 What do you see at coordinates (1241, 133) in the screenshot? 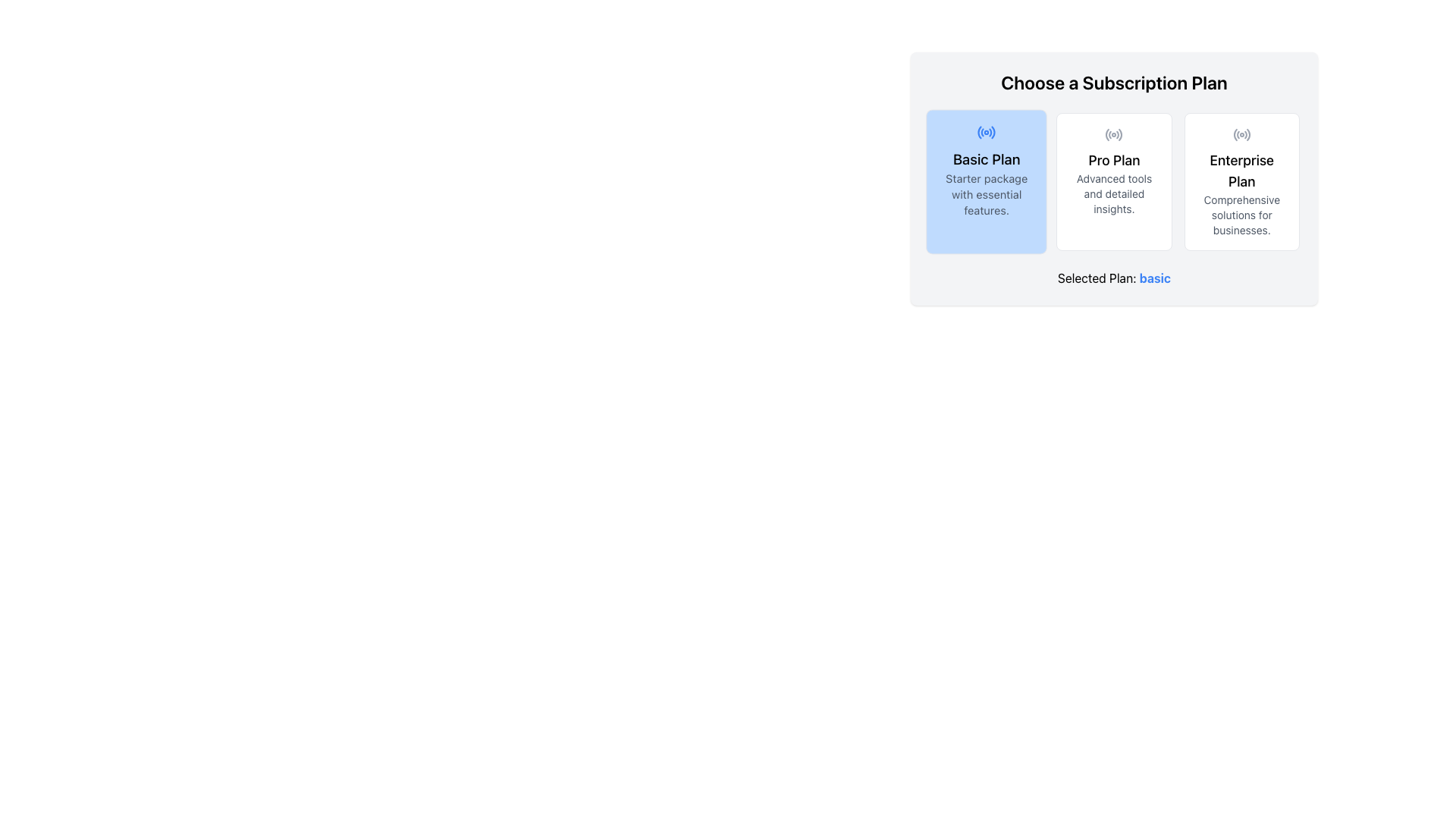
I see `the circular icon resembling a radio transmission symbol located above the 'Enterprise Plan' title in the 'Choose a Subscription Plan' section` at bounding box center [1241, 133].